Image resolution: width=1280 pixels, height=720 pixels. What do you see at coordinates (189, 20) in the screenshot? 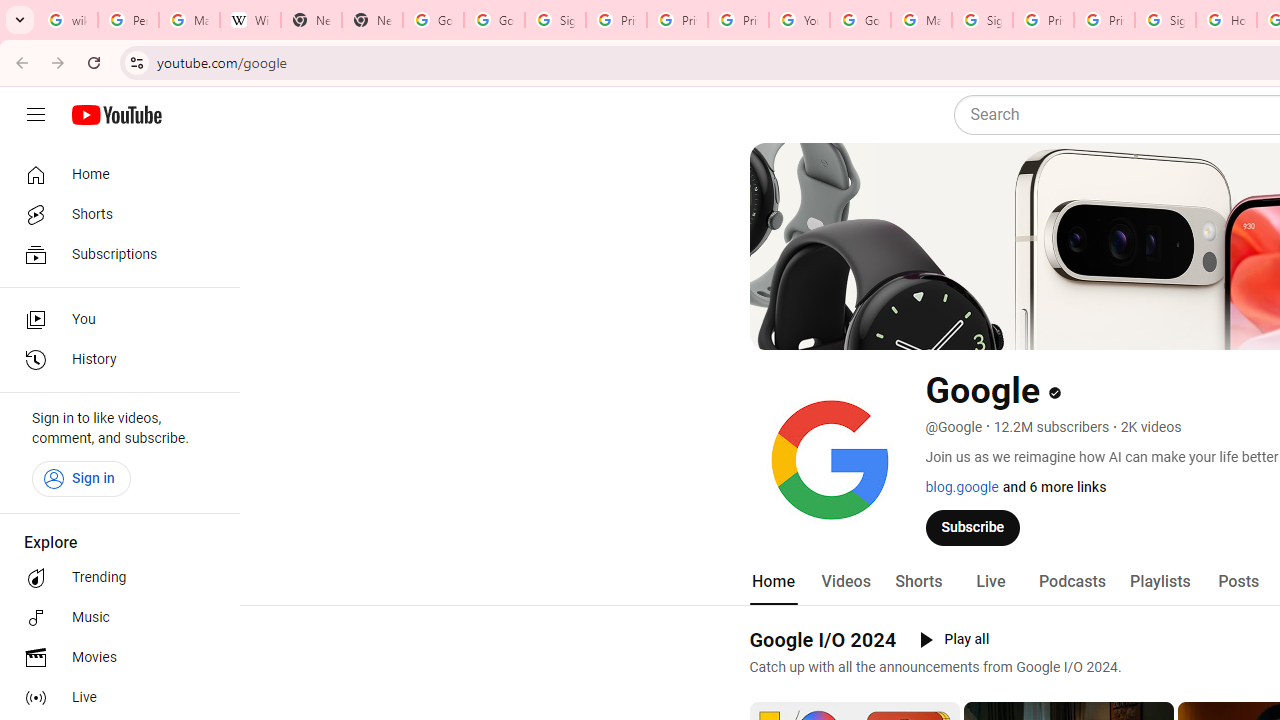
I see `'Manage your Location History - Google Search Help'` at bounding box center [189, 20].